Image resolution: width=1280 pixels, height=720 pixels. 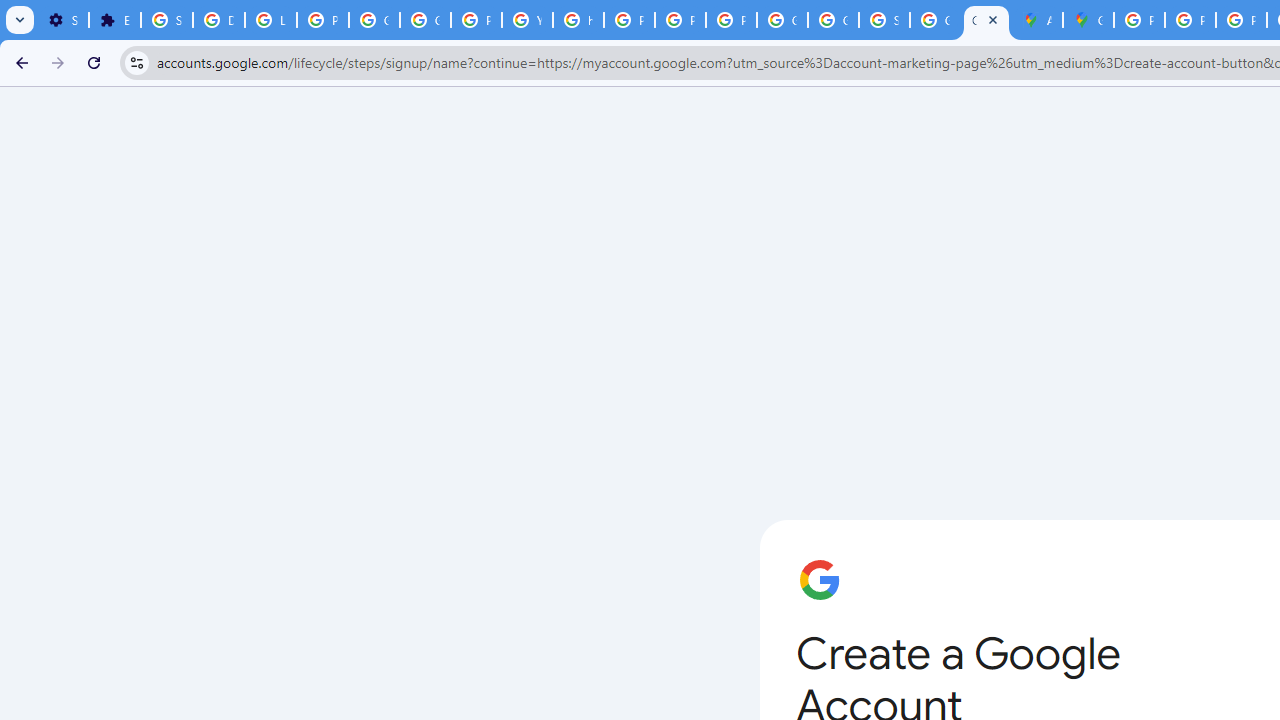 What do you see at coordinates (63, 20) in the screenshot?
I see `'Settings - On startup'` at bounding box center [63, 20].